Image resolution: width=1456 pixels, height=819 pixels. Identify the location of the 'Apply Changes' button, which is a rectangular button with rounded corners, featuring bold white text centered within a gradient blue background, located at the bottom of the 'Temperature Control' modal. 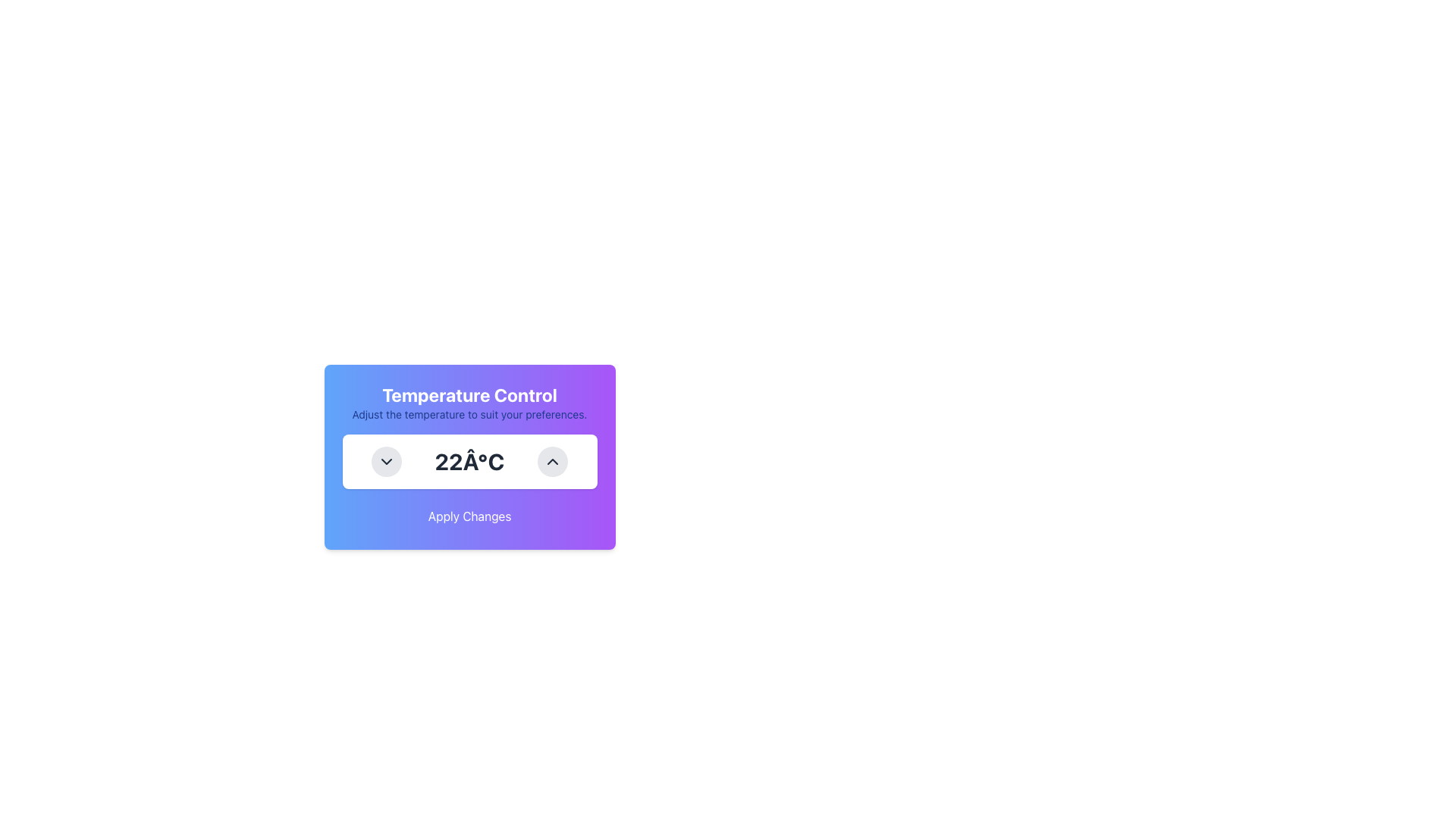
(469, 516).